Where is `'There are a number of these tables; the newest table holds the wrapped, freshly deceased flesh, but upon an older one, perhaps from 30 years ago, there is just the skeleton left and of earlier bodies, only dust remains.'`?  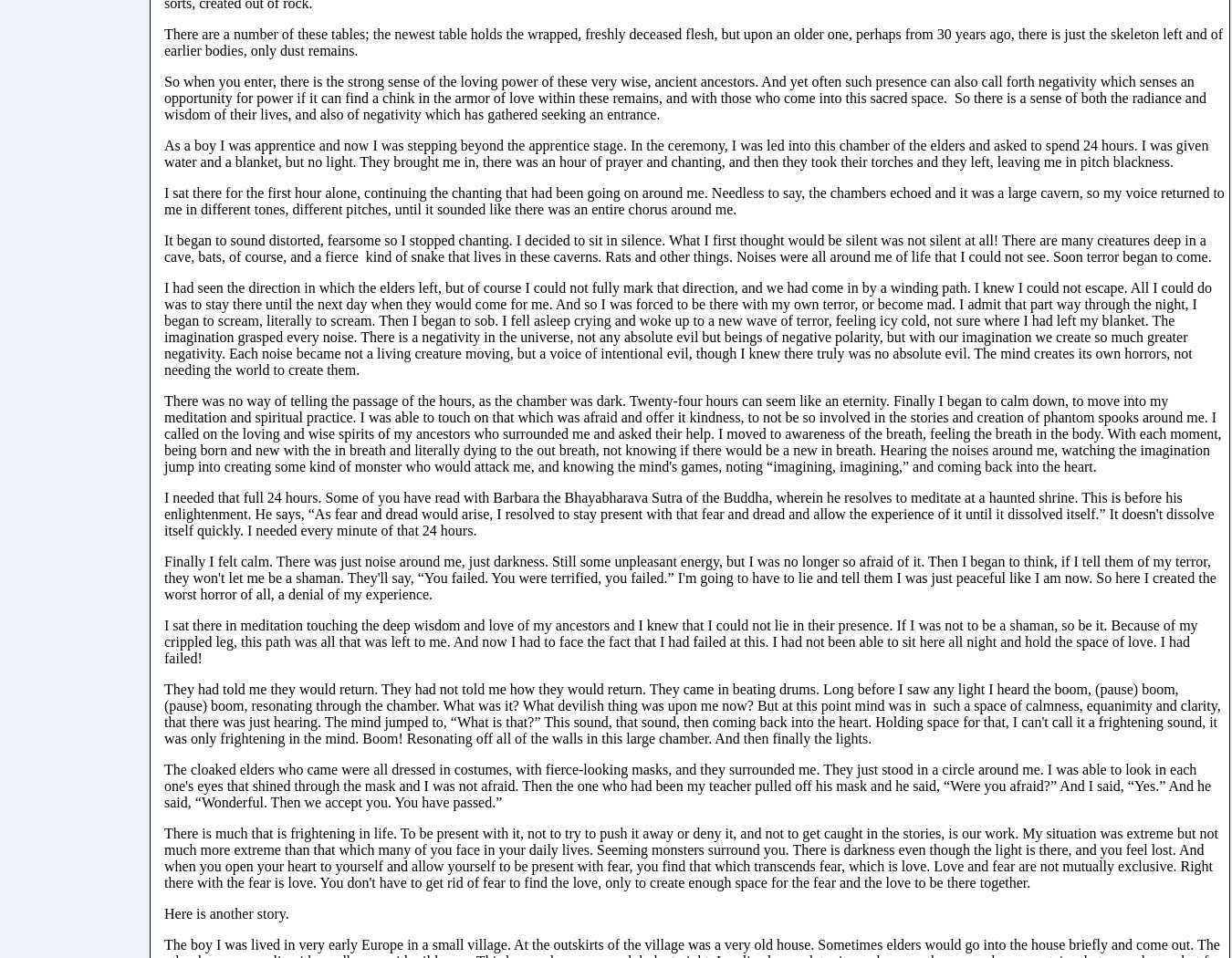
'There are a number of these tables; the newest table holds the wrapped, freshly deceased flesh, but upon an older one, perhaps from 30 years ago, there is just the skeleton left and of earlier bodies, only dust remains.' is located at coordinates (693, 40).